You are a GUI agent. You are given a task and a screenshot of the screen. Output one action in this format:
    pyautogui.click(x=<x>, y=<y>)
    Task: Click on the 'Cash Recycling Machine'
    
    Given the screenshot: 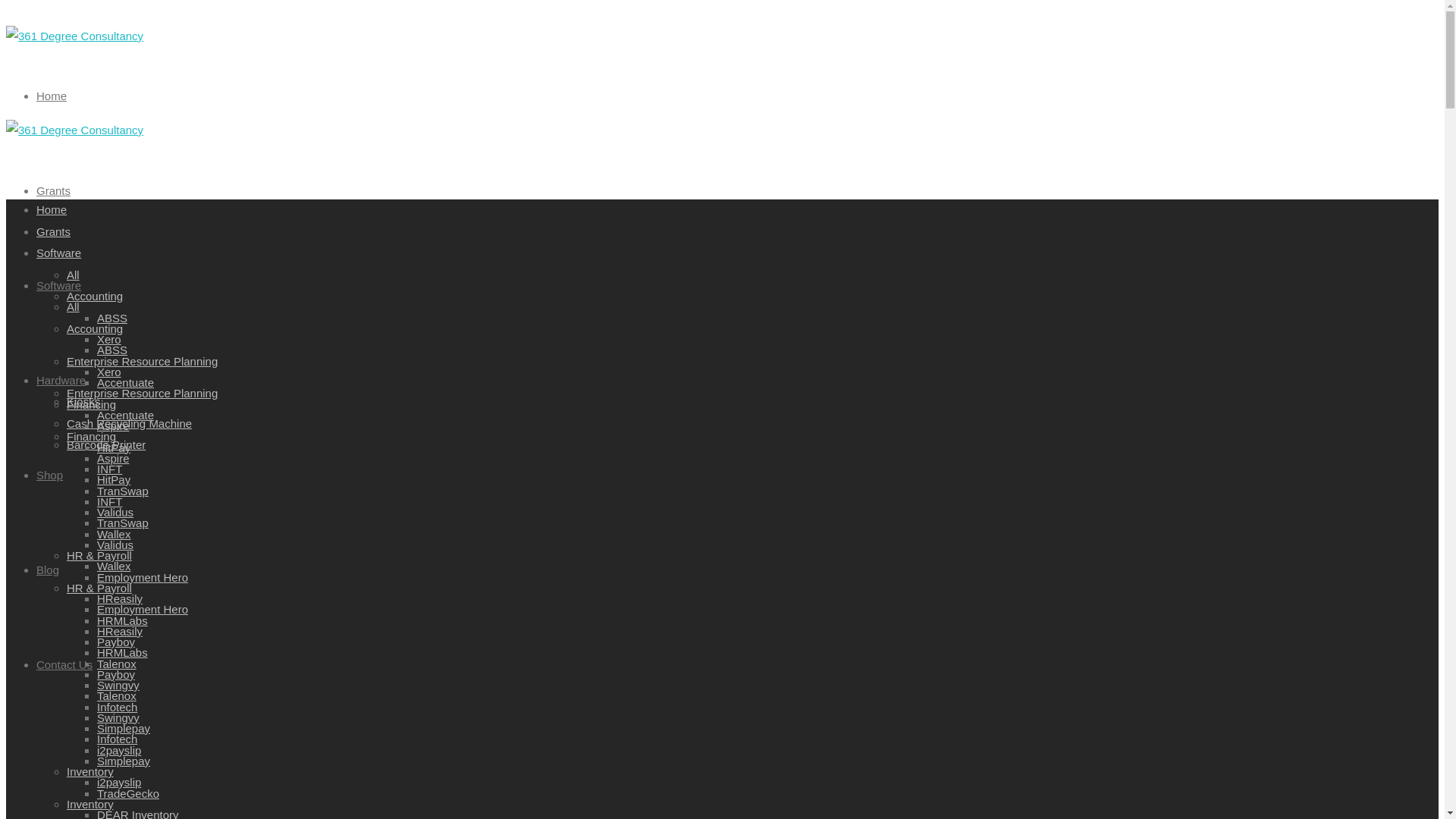 What is the action you would take?
    pyautogui.click(x=129, y=423)
    